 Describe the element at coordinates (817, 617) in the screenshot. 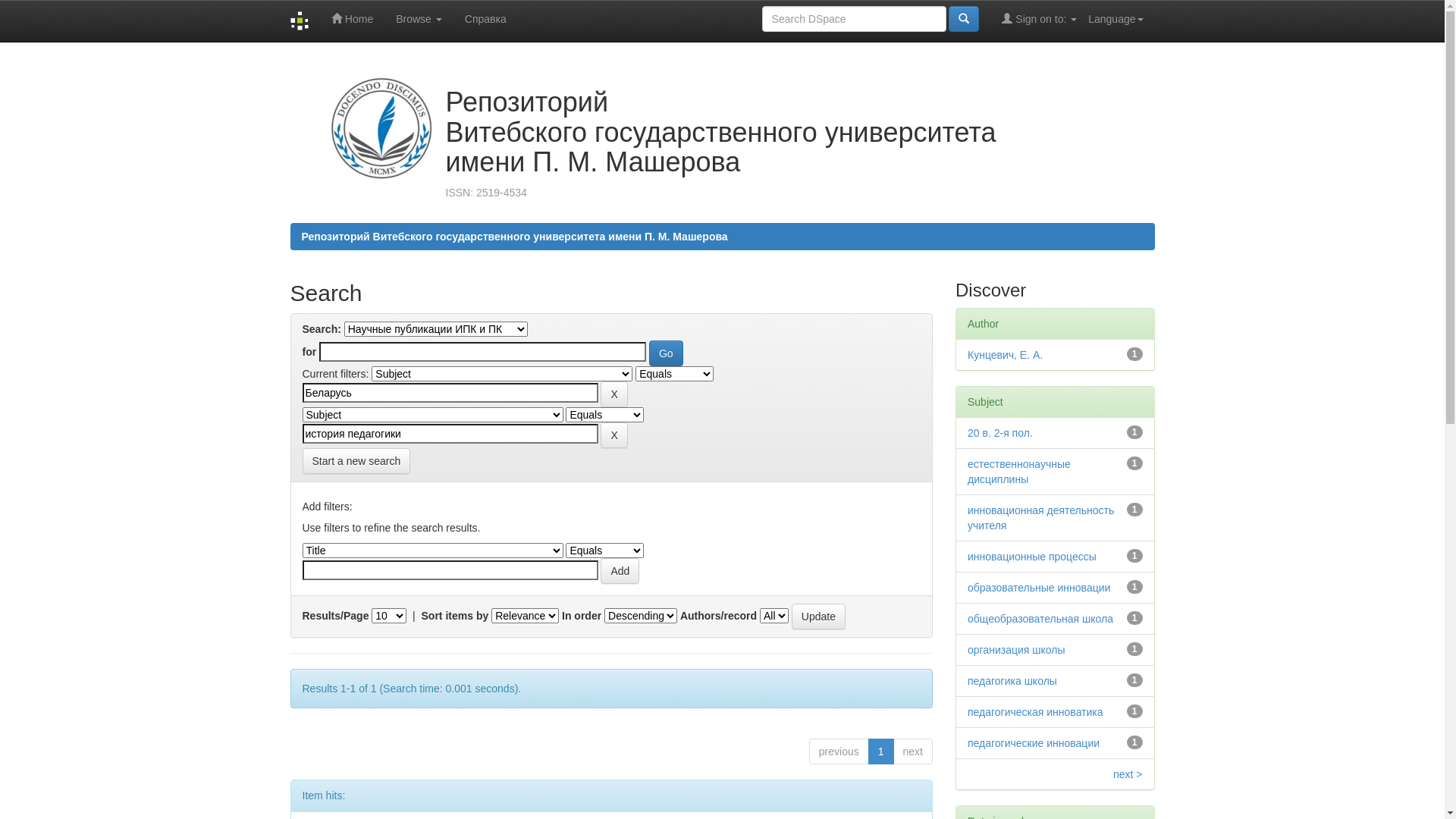

I see `'Update'` at that location.